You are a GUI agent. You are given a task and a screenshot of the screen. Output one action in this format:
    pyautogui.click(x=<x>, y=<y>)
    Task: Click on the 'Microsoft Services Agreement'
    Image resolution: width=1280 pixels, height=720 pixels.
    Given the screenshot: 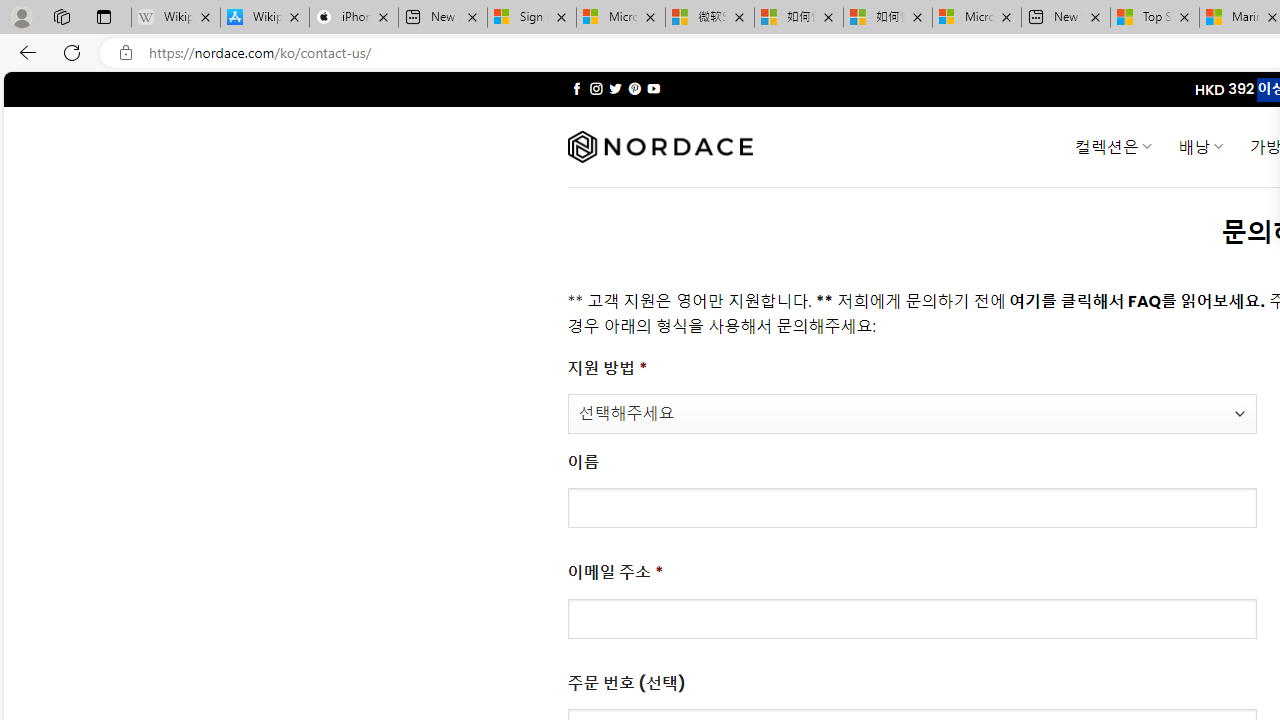 What is the action you would take?
    pyautogui.click(x=620, y=17)
    